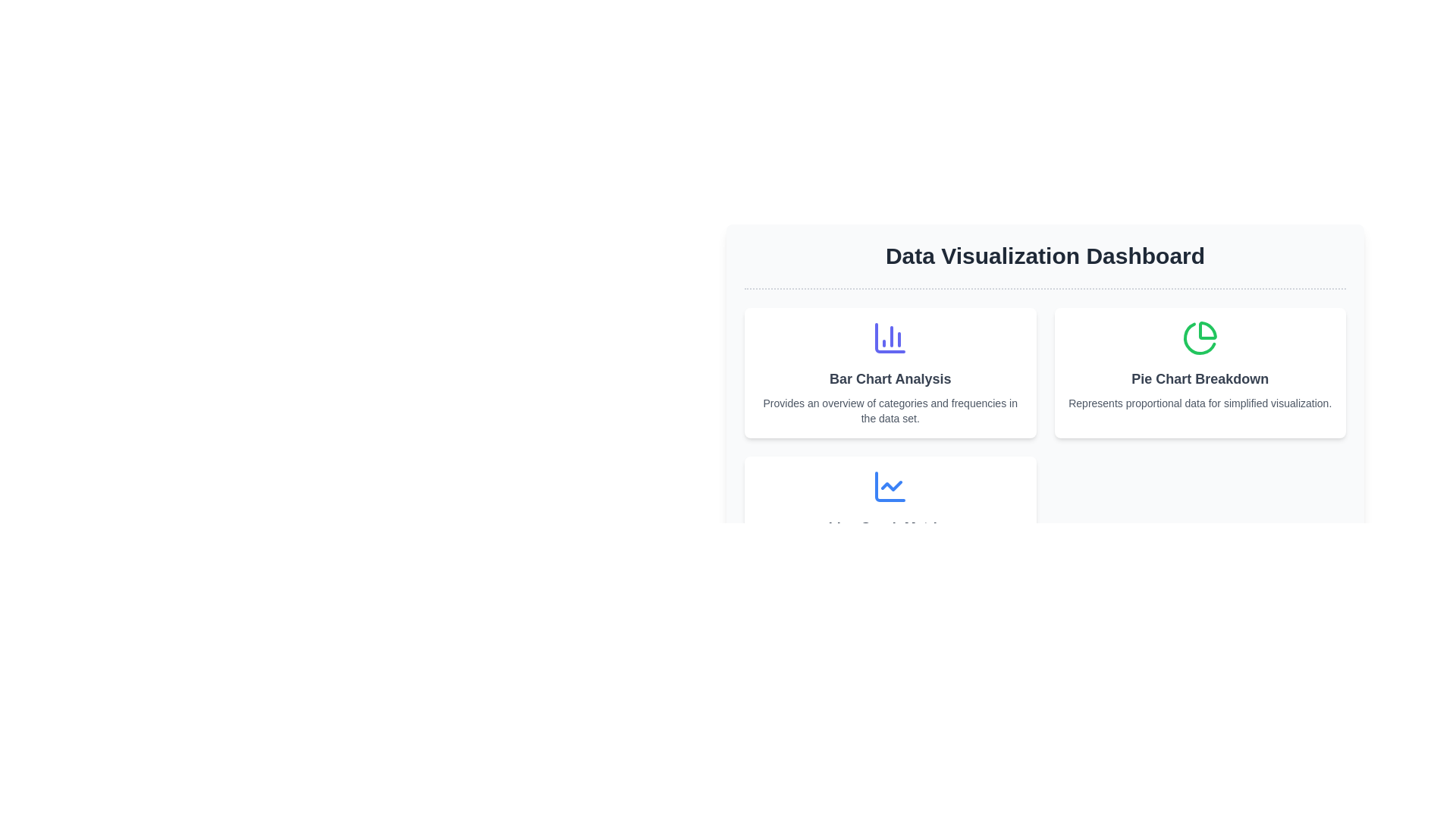 The width and height of the screenshot is (1456, 819). What do you see at coordinates (1199, 373) in the screenshot?
I see `the Information card in the upper-right quadrant of the 'Data Visualization Dashboard'` at bounding box center [1199, 373].